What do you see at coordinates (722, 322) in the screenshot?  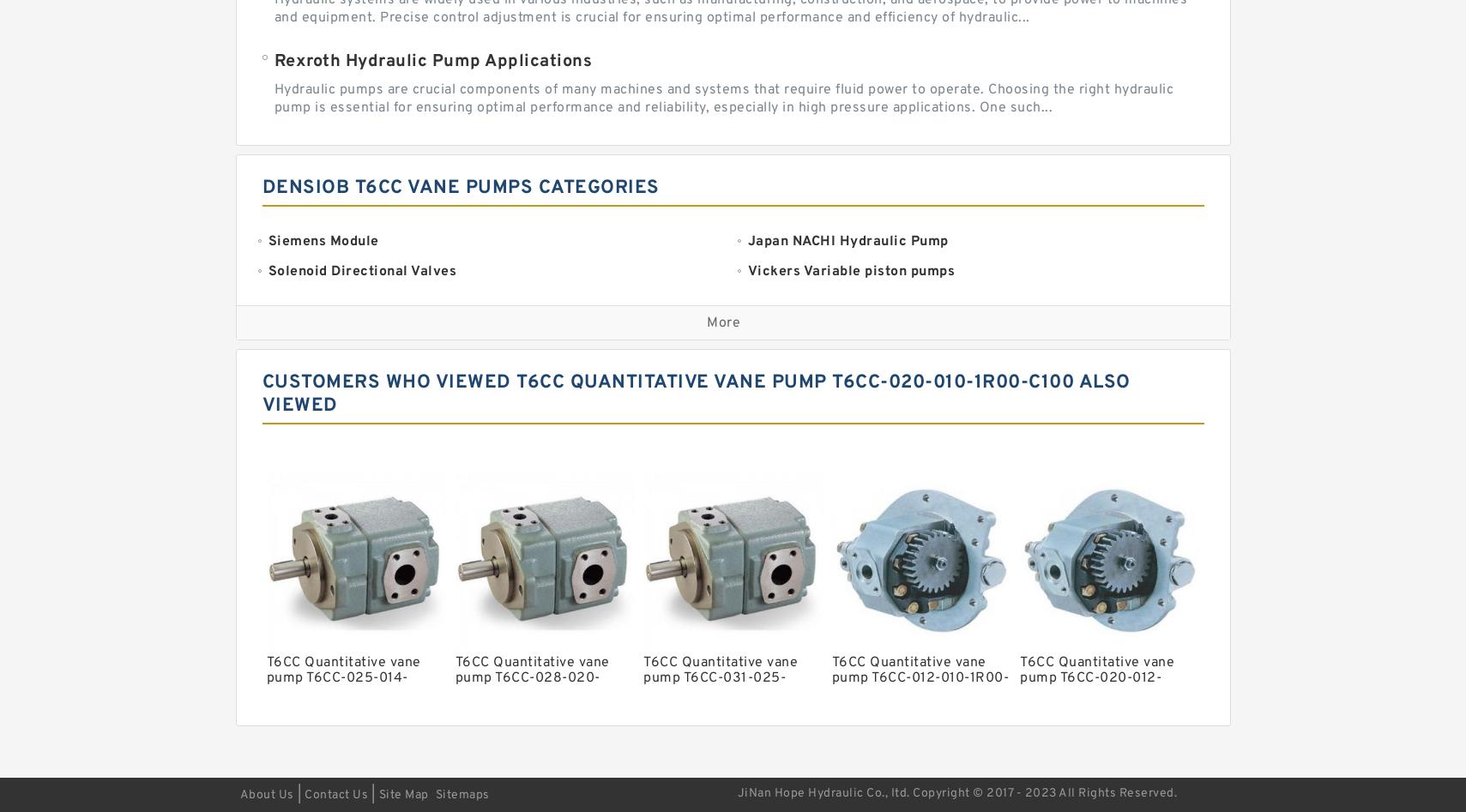 I see `'More'` at bounding box center [722, 322].